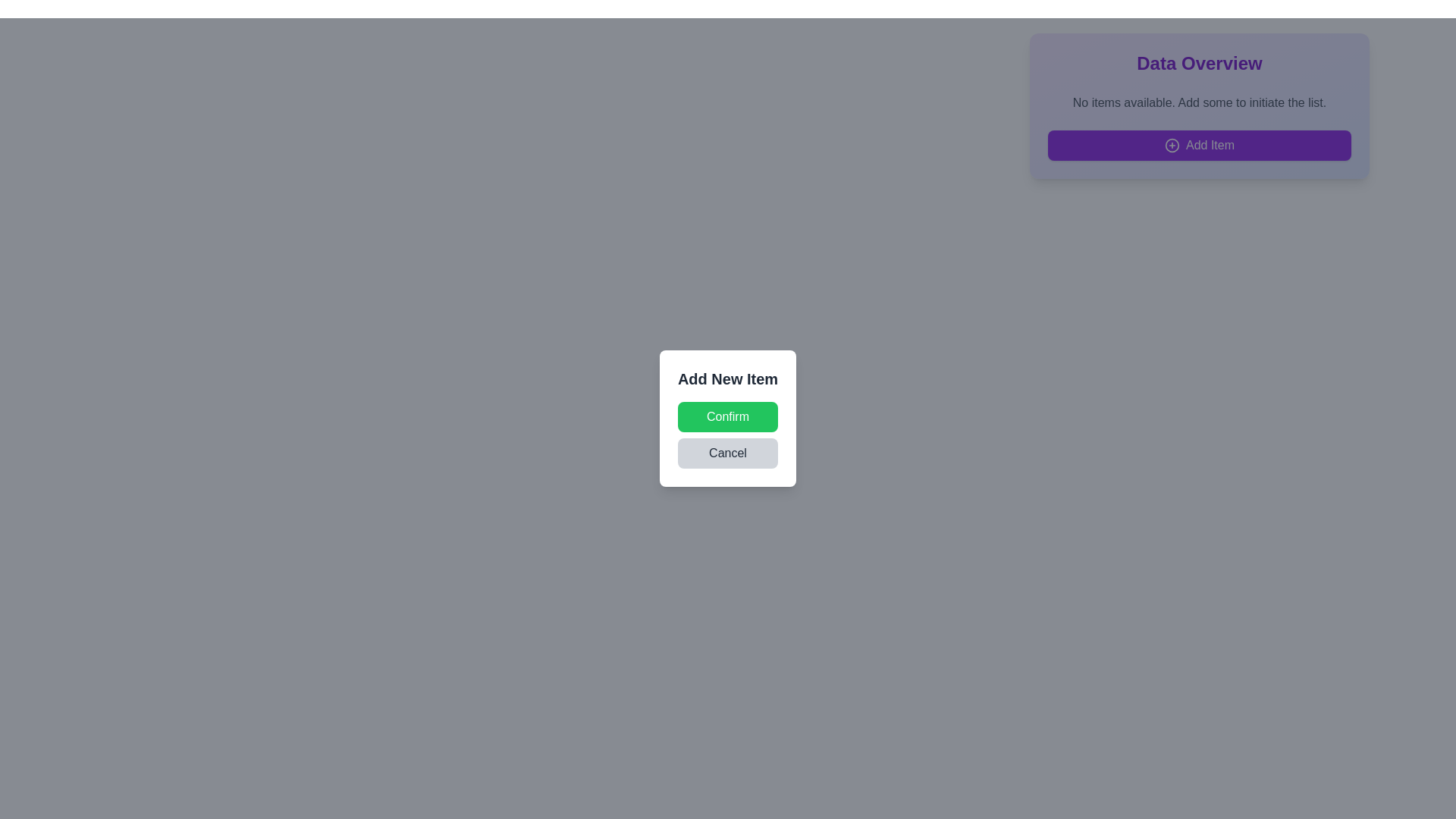 Image resolution: width=1456 pixels, height=819 pixels. What do you see at coordinates (1199, 146) in the screenshot?
I see `the 'Add Item' button with a purple background and white text` at bounding box center [1199, 146].